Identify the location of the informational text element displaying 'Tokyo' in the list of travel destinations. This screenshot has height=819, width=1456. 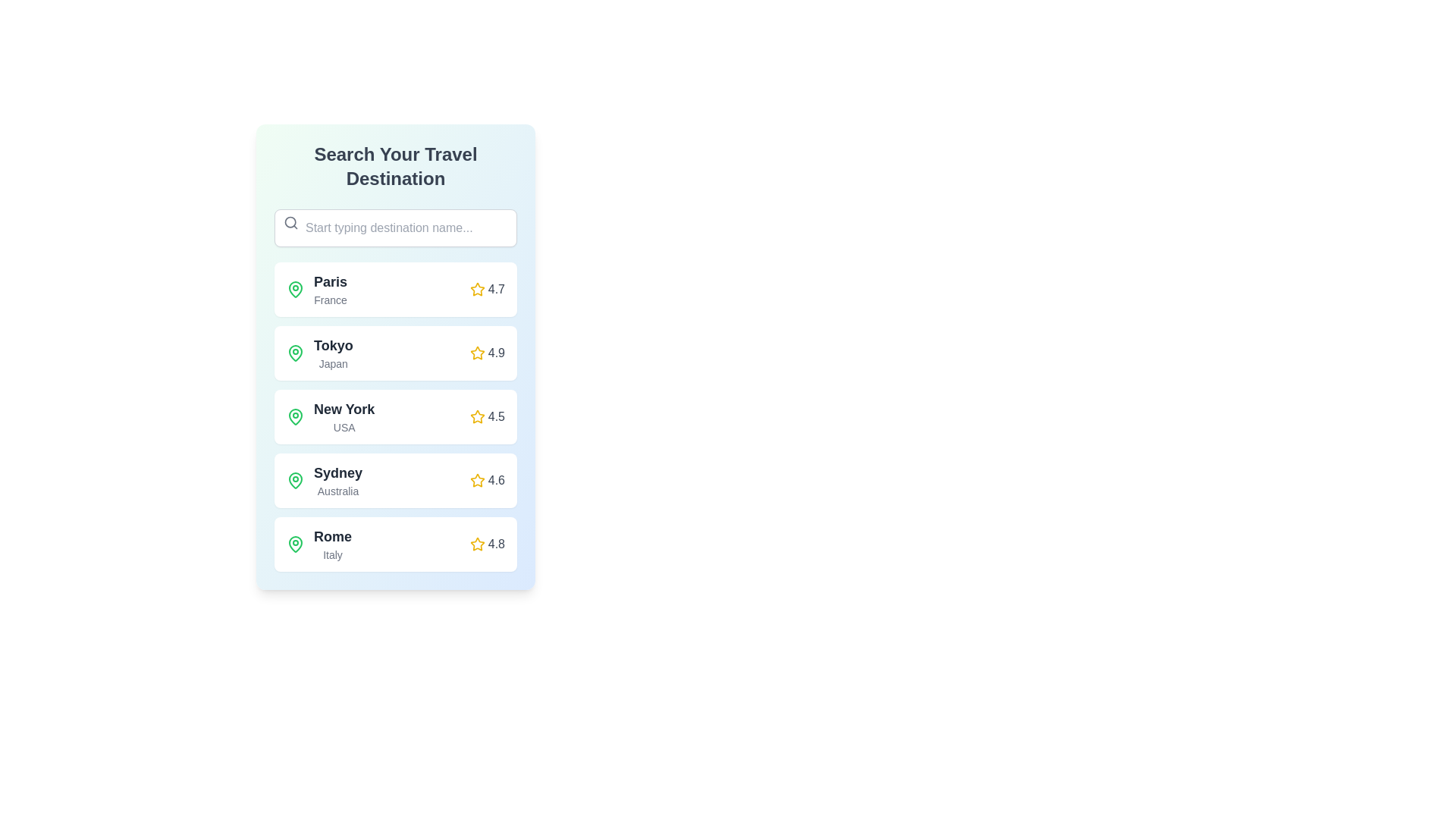
(332, 353).